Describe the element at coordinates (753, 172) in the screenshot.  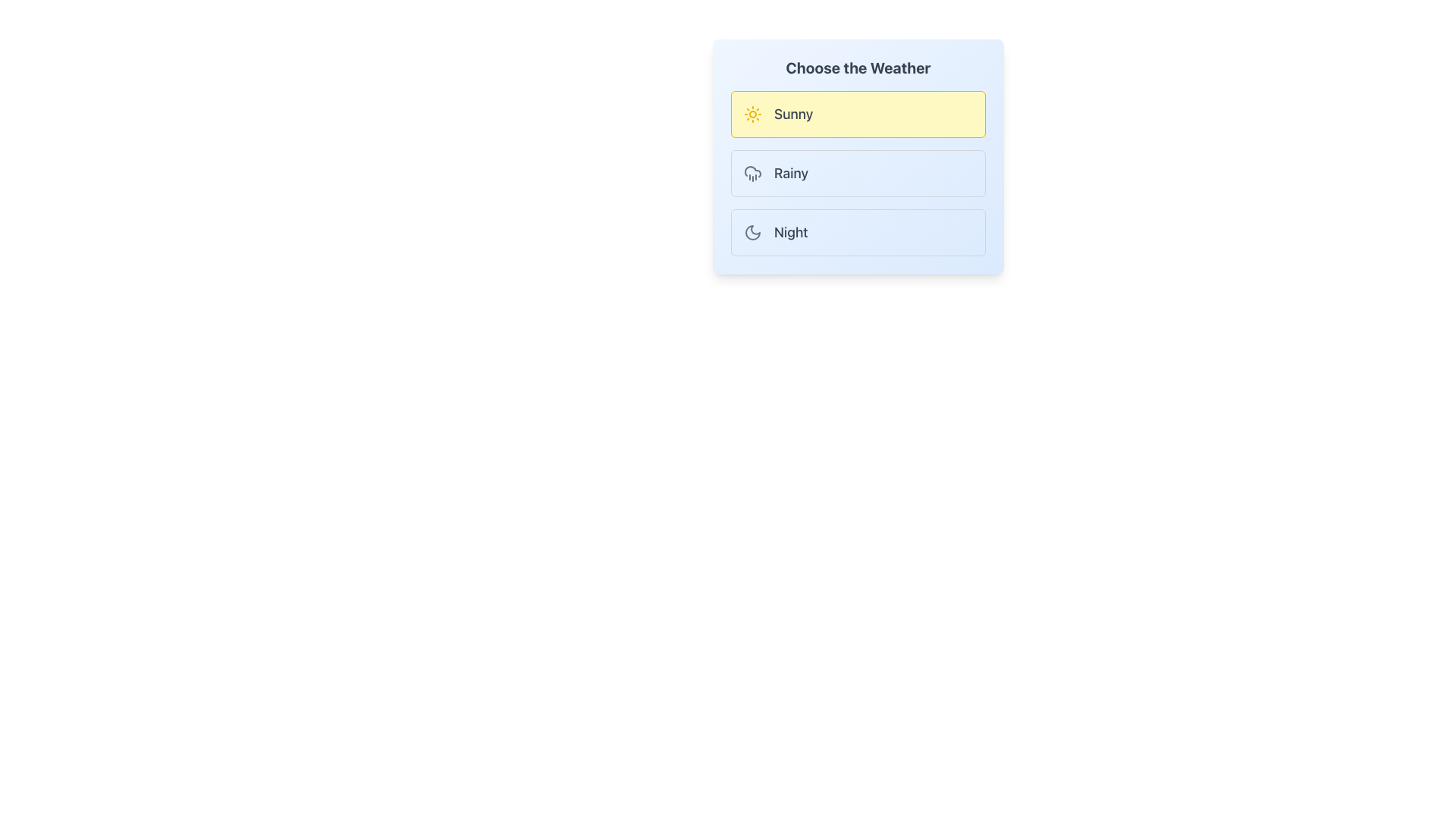
I see `the cloud icon with rain drops located to the left of the word 'Rainy' in the 'Choose the Weather' menu option` at that location.